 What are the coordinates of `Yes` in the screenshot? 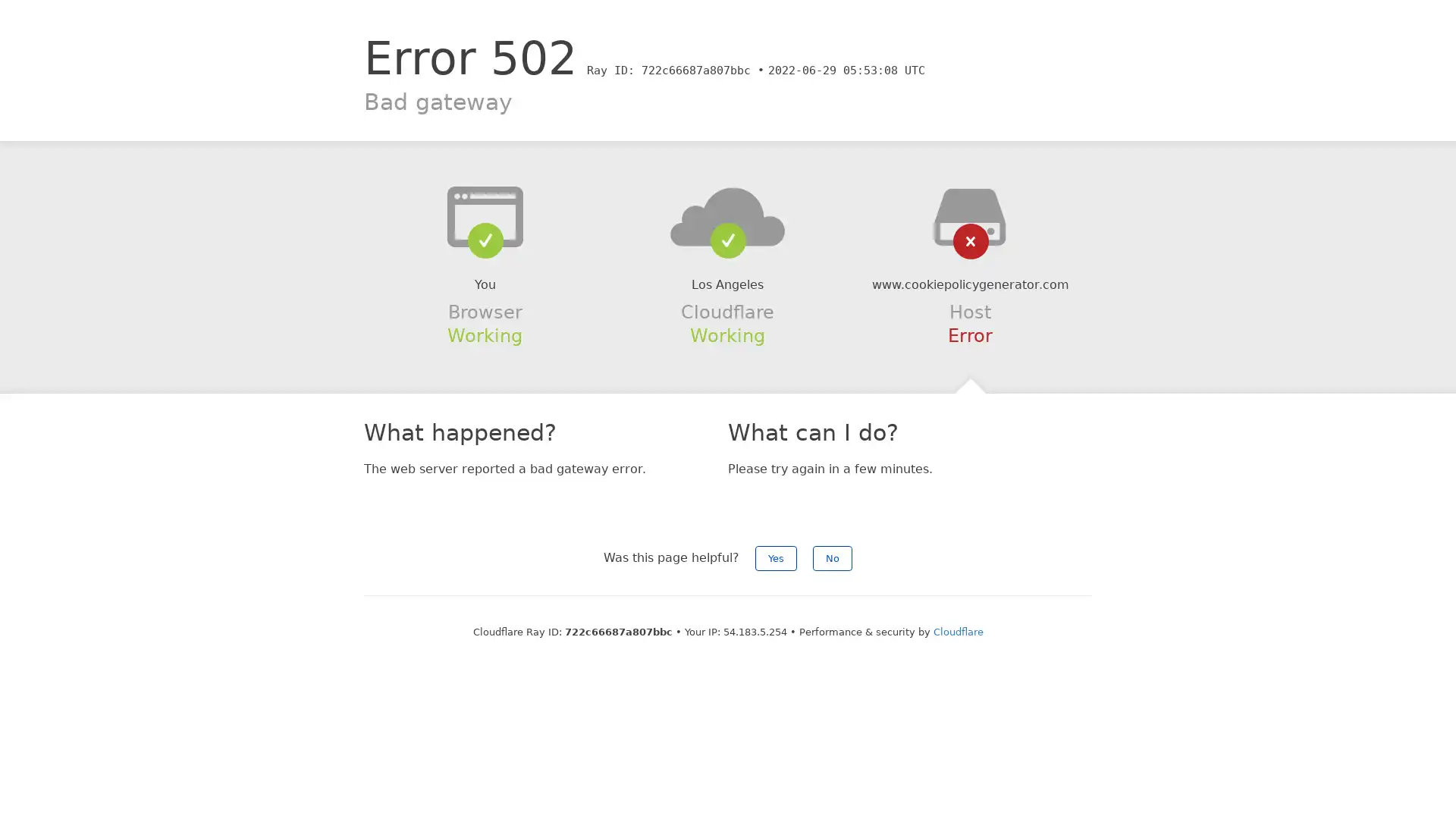 It's located at (776, 558).